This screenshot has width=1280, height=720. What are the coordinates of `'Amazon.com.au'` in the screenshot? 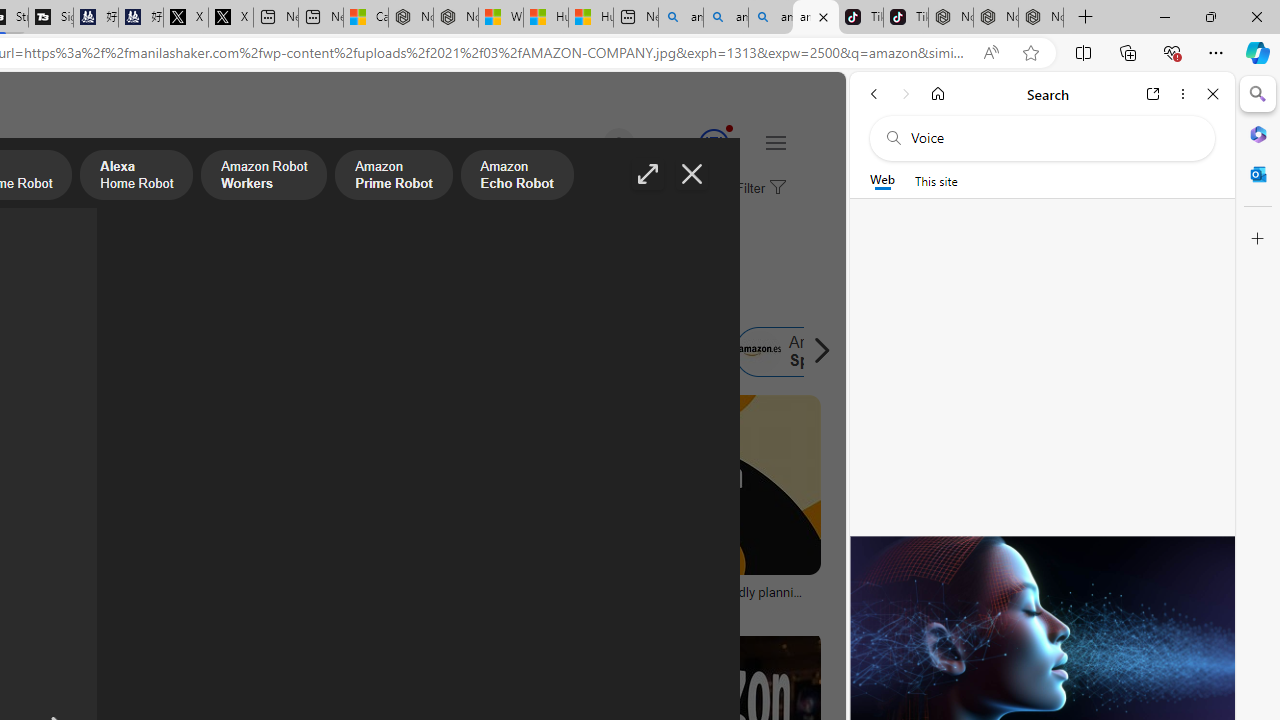 It's located at (269, 351).